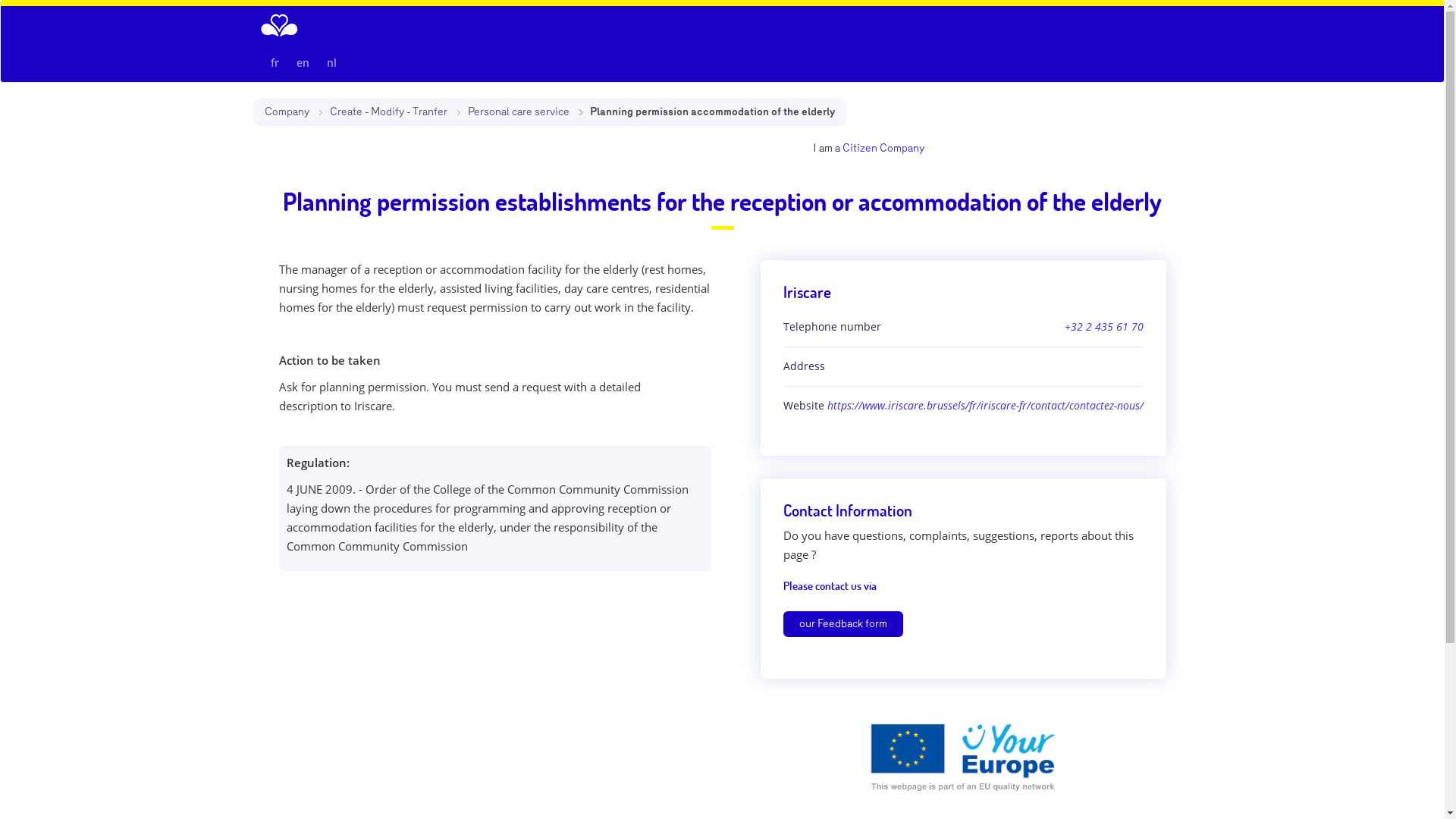 The width and height of the screenshot is (1456, 819). I want to click on 'Personal care service', so click(517, 111).